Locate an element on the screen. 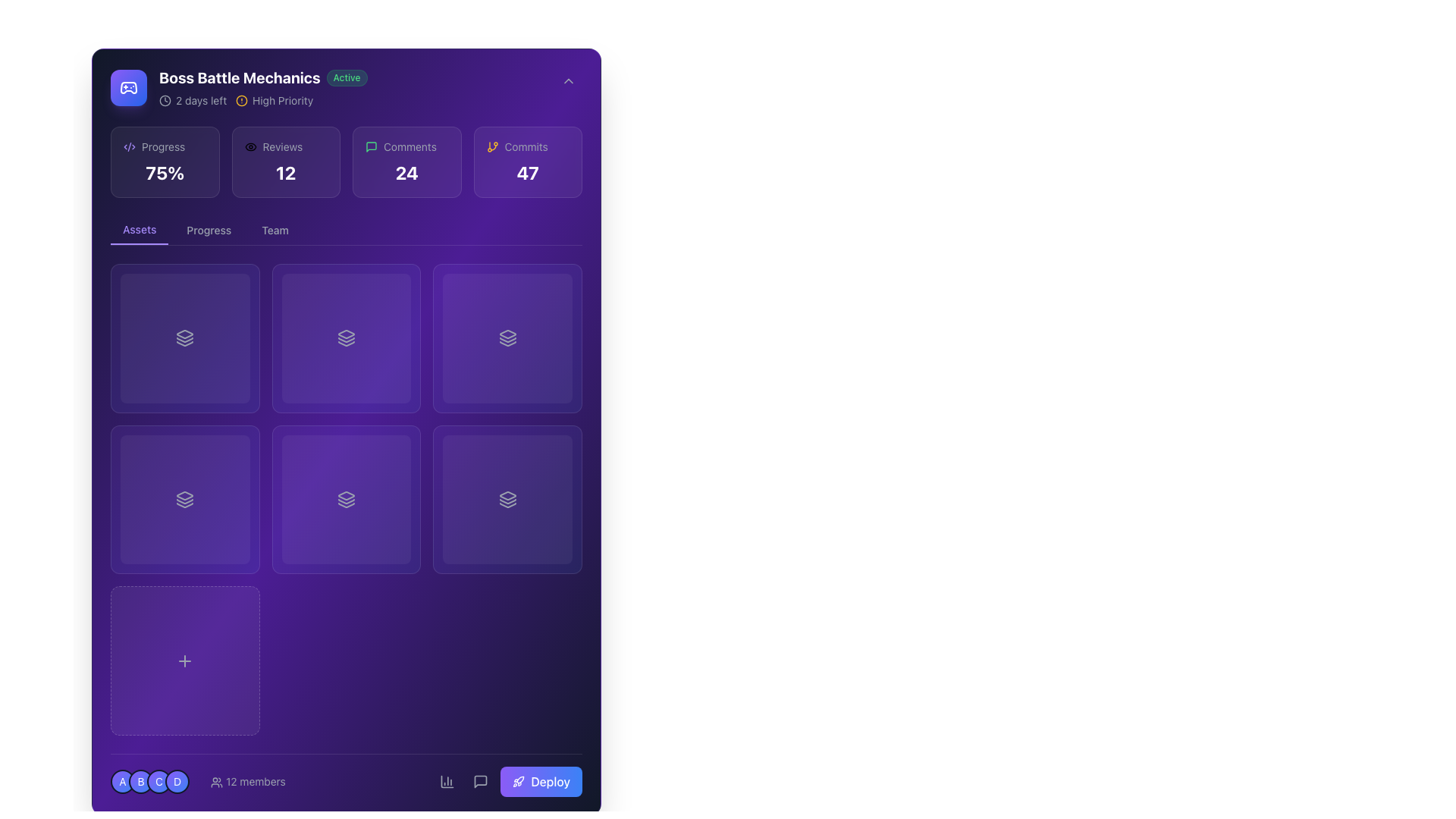 This screenshot has width=1456, height=819. the Card with a purple background and a counter displaying '24' in bold white, which is the third card in a horizontal grid, located below the application title is located at coordinates (406, 162).